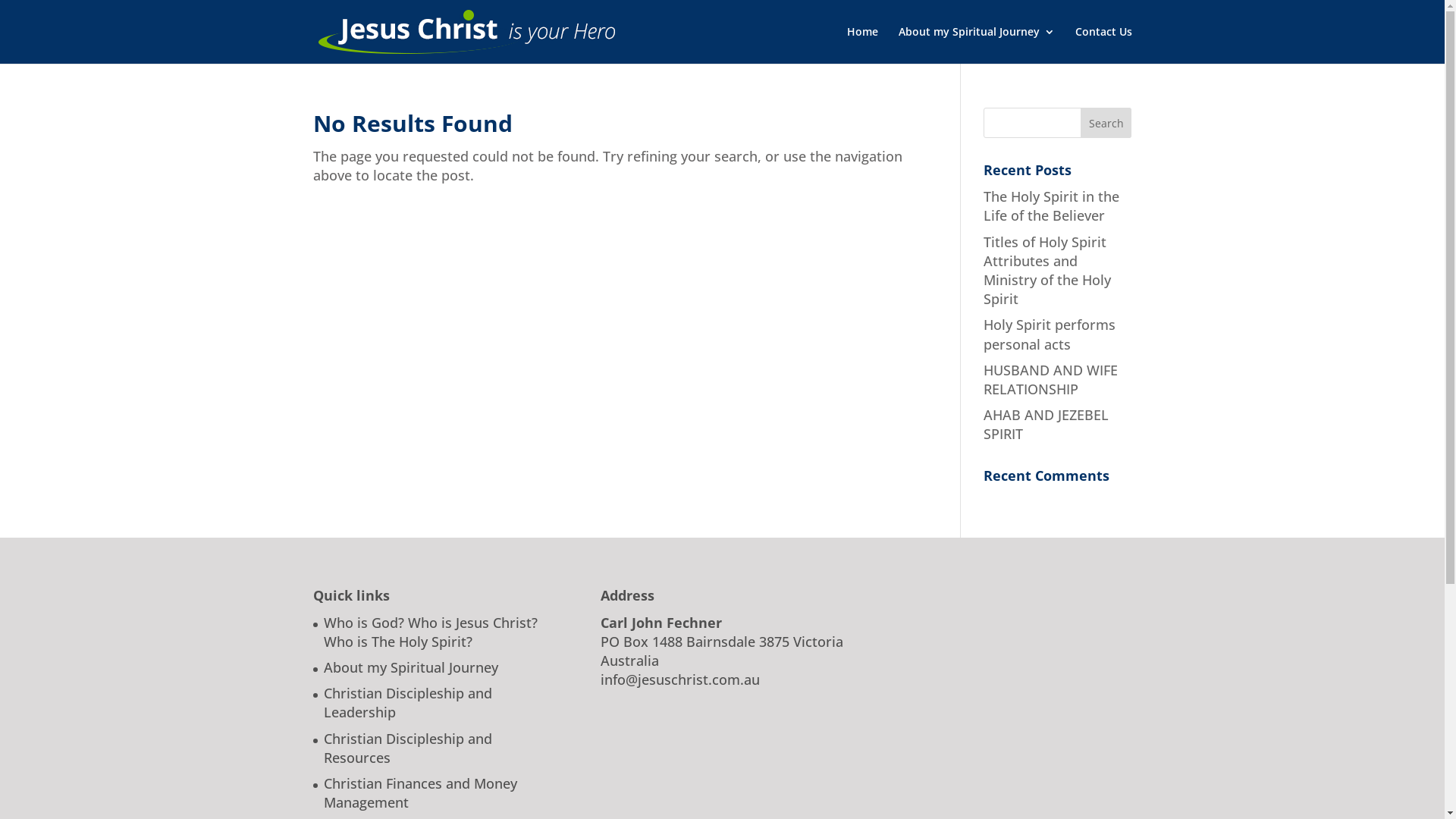 This screenshot has width=1456, height=819. I want to click on 'Who is God? Who is Jesus Christ? Who is The Holy Spirit?', so click(428, 632).